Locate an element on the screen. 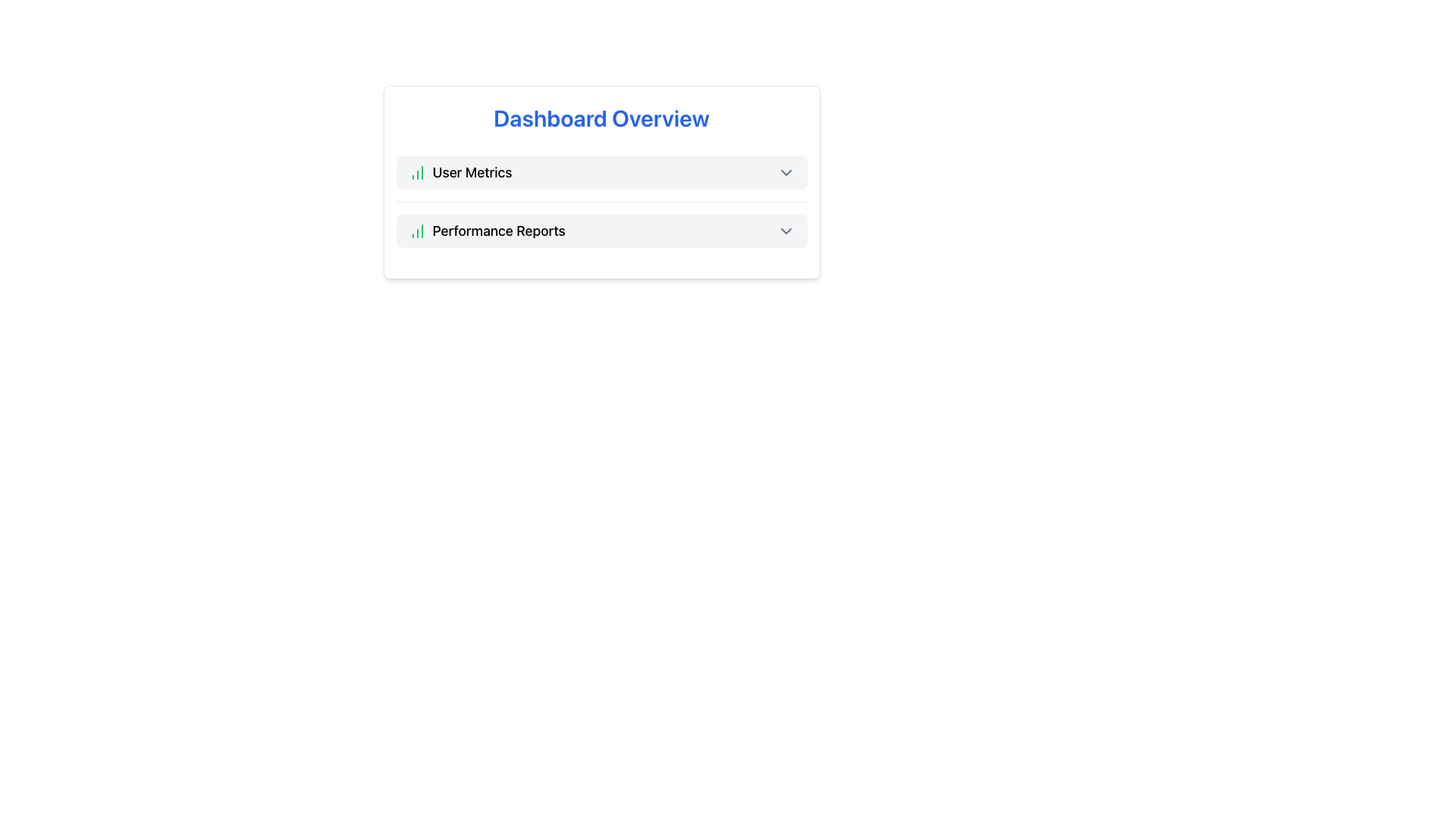  text displayed in the Text label for the user metrics section of the dashboard, positioned under 'Dashboard Overview' and aligned with a green chart icon is located at coordinates (471, 171).